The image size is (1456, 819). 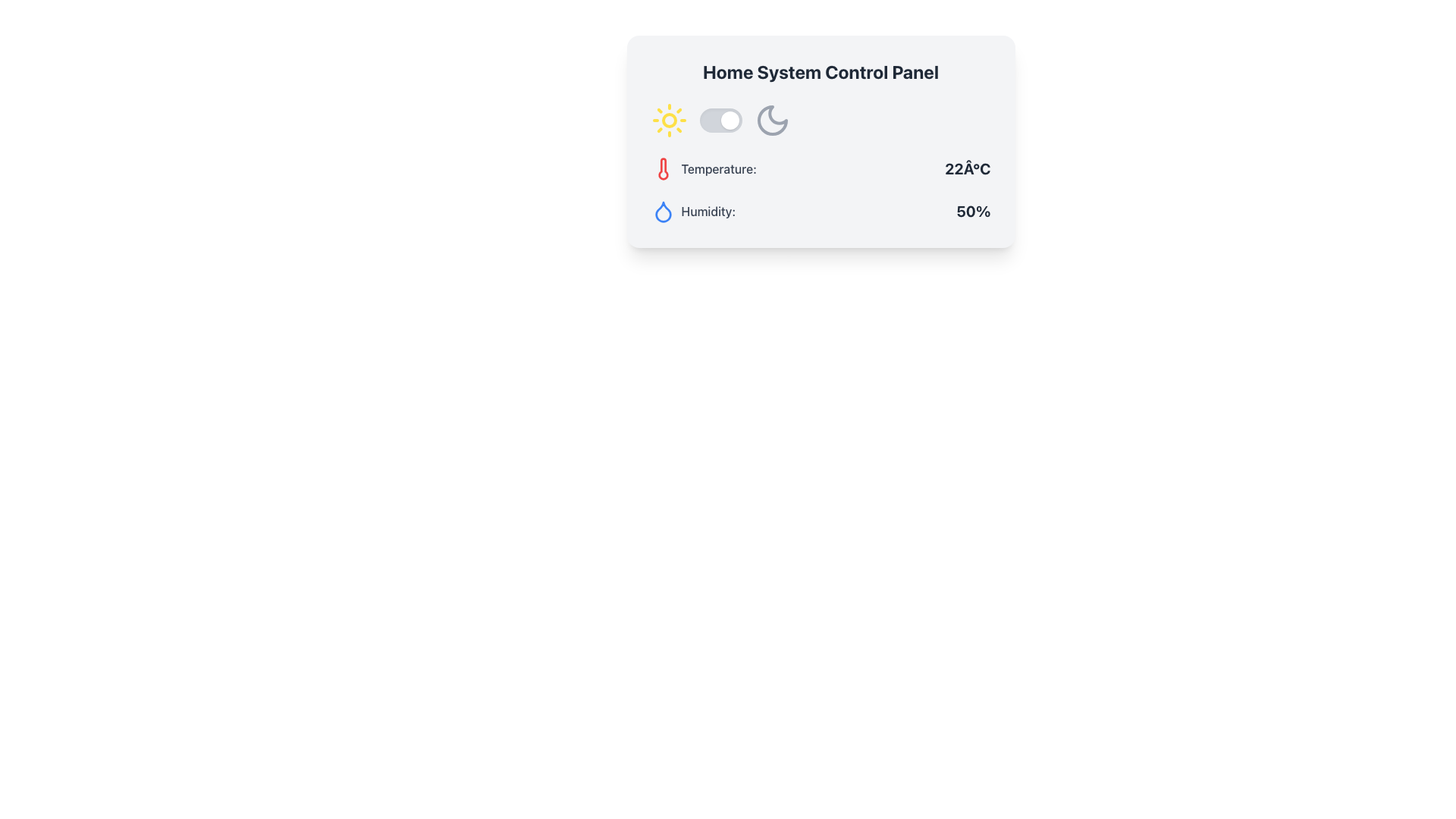 What do you see at coordinates (708, 211) in the screenshot?
I see `the text label displaying 'Humidity:' which is styled in a medium-weight gray font, located near the bottom of the panel, to the right of a water droplet icon` at bounding box center [708, 211].